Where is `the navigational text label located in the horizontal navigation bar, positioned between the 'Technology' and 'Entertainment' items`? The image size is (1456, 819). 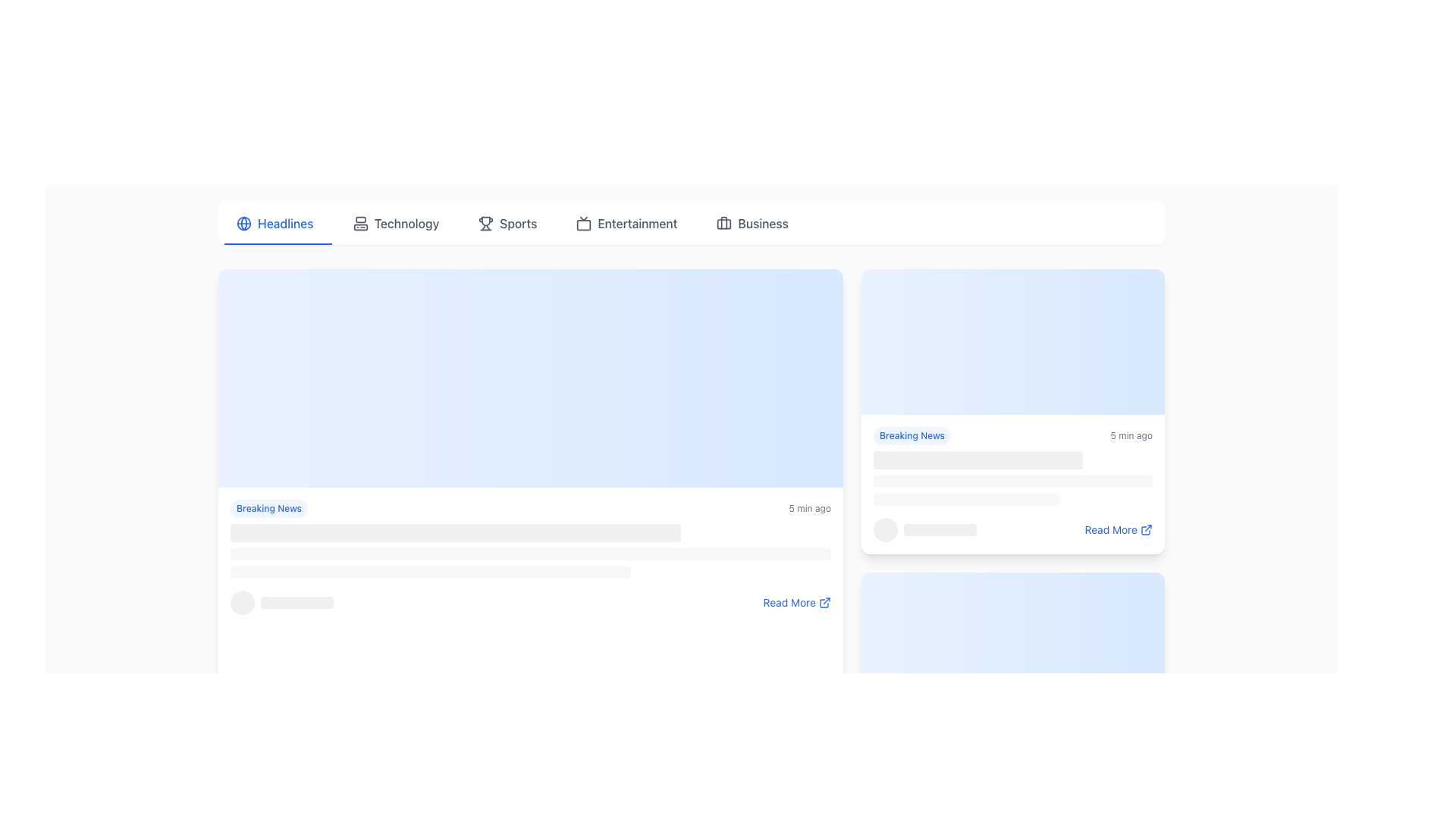
the navigational text label located in the horizontal navigation bar, positioned between the 'Technology' and 'Entertainment' items is located at coordinates (518, 223).